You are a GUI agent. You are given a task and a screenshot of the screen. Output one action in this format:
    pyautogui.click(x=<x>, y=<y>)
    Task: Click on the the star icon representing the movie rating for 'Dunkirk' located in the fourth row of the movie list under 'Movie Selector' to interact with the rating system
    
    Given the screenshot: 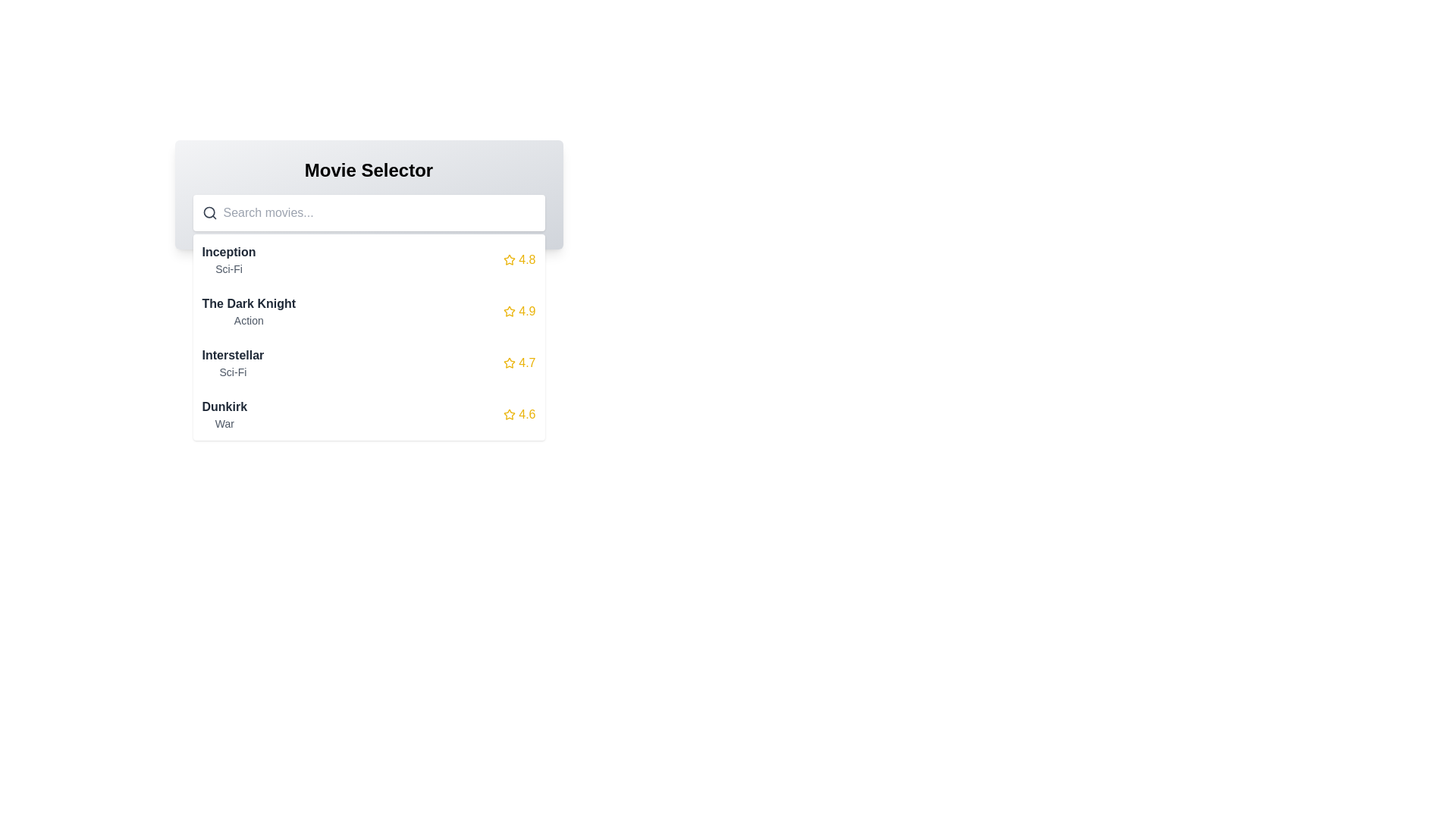 What is the action you would take?
    pyautogui.click(x=510, y=414)
    